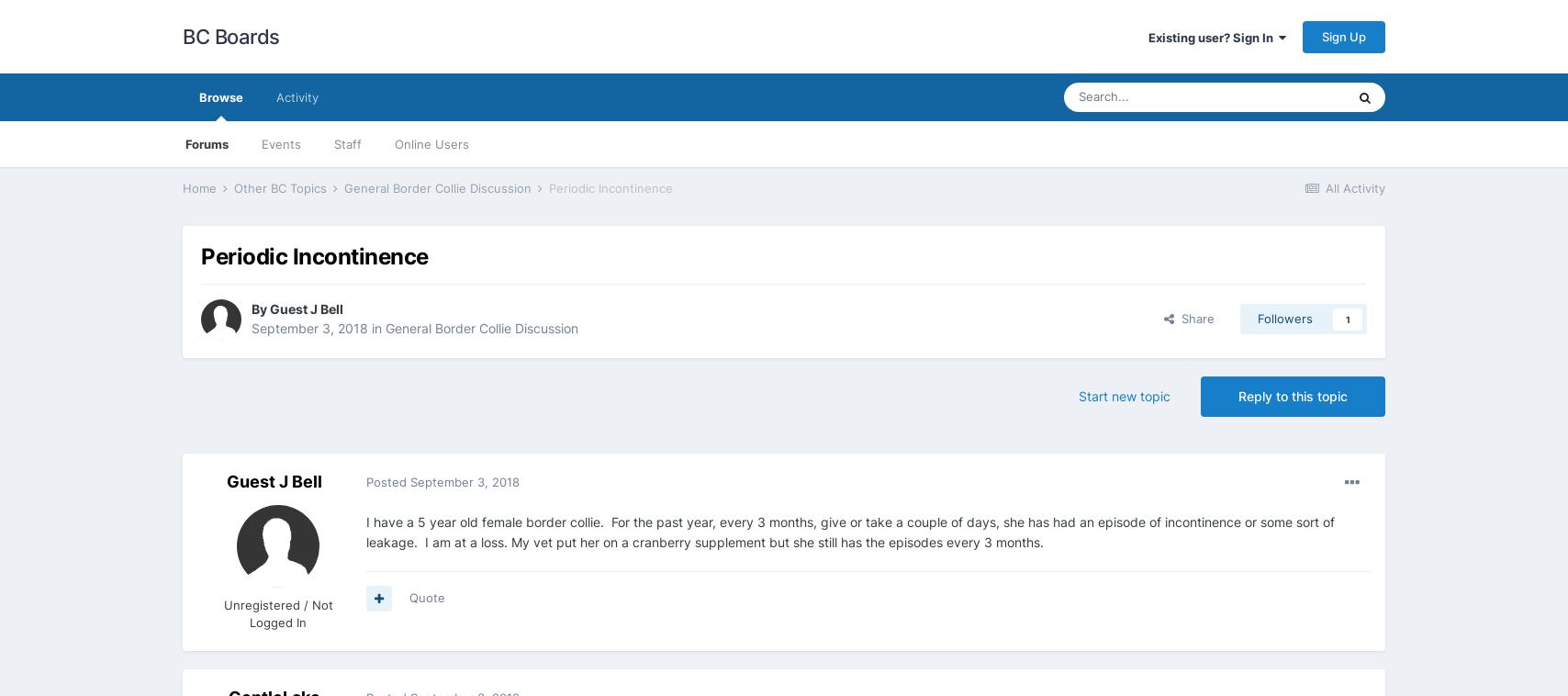 The image size is (1568, 696). What do you see at coordinates (297, 308) in the screenshot?
I see `'By 


Guest J Bell'` at bounding box center [297, 308].